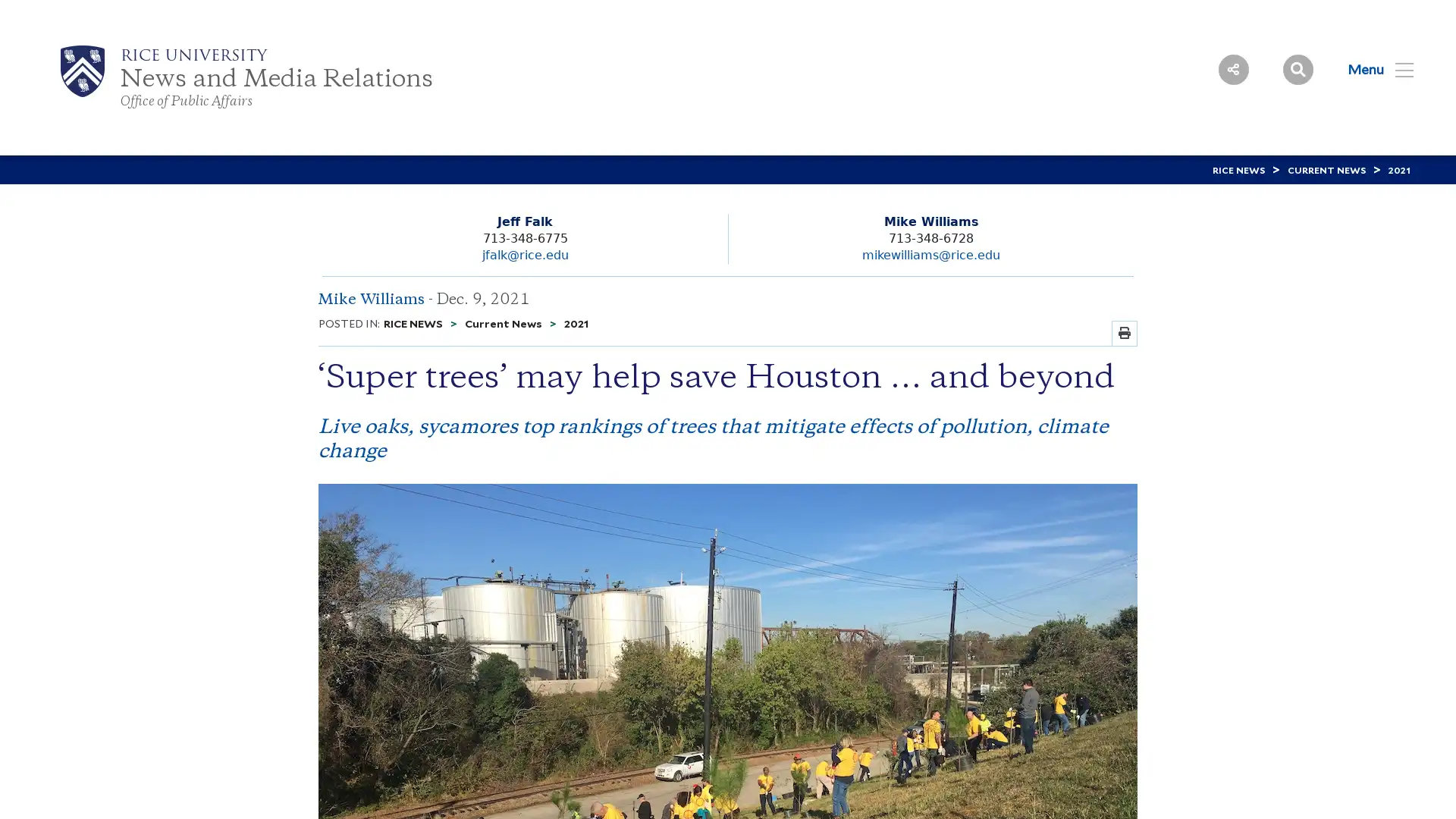 Image resolution: width=1456 pixels, height=819 pixels. What do you see at coordinates (1371, 69) in the screenshot?
I see `Open Menu` at bounding box center [1371, 69].